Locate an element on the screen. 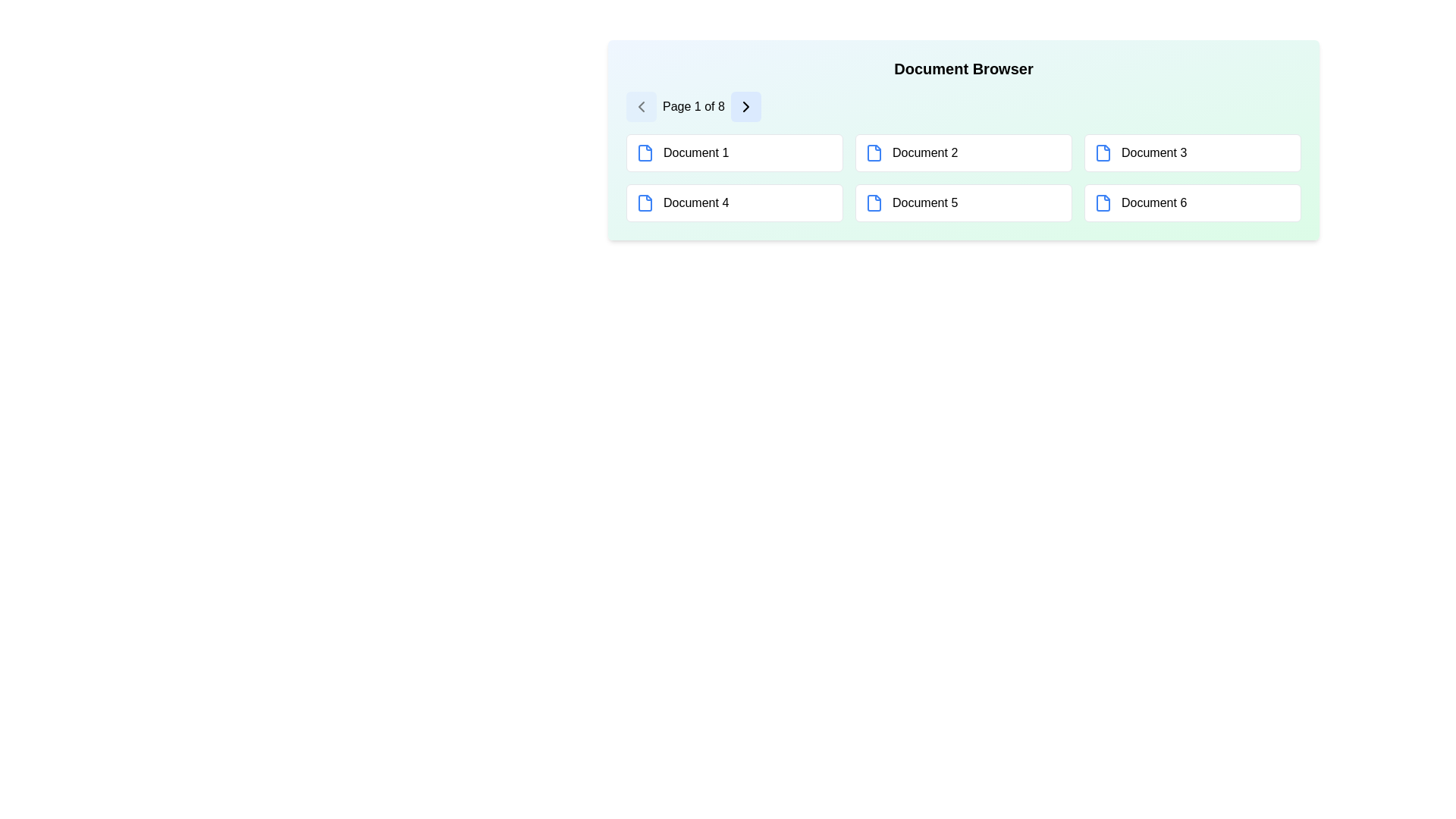 Image resolution: width=1456 pixels, height=819 pixels. the blue outlined document icon next to 'Document 1' is located at coordinates (645, 152).